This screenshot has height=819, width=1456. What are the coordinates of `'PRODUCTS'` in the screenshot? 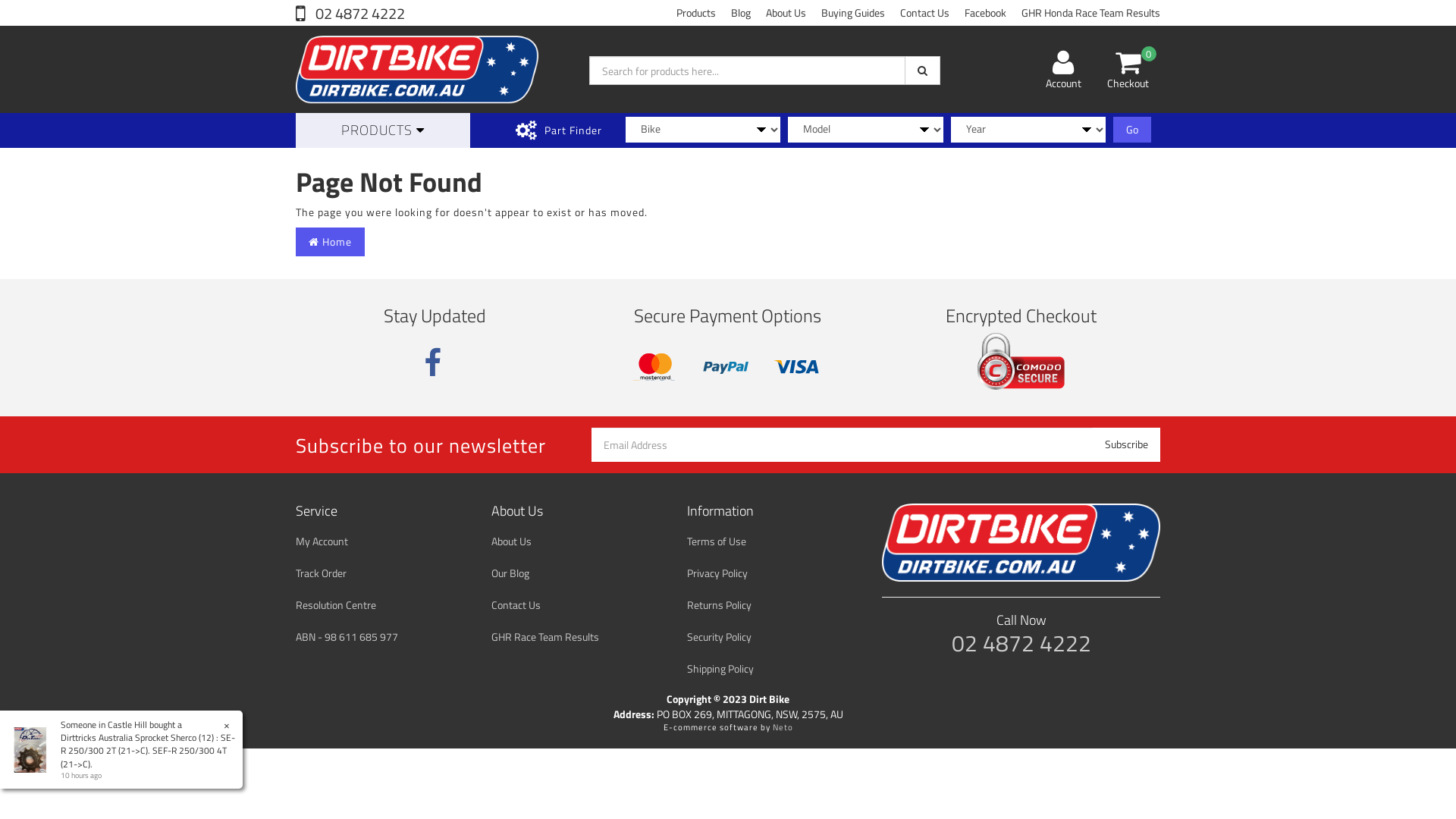 It's located at (382, 130).